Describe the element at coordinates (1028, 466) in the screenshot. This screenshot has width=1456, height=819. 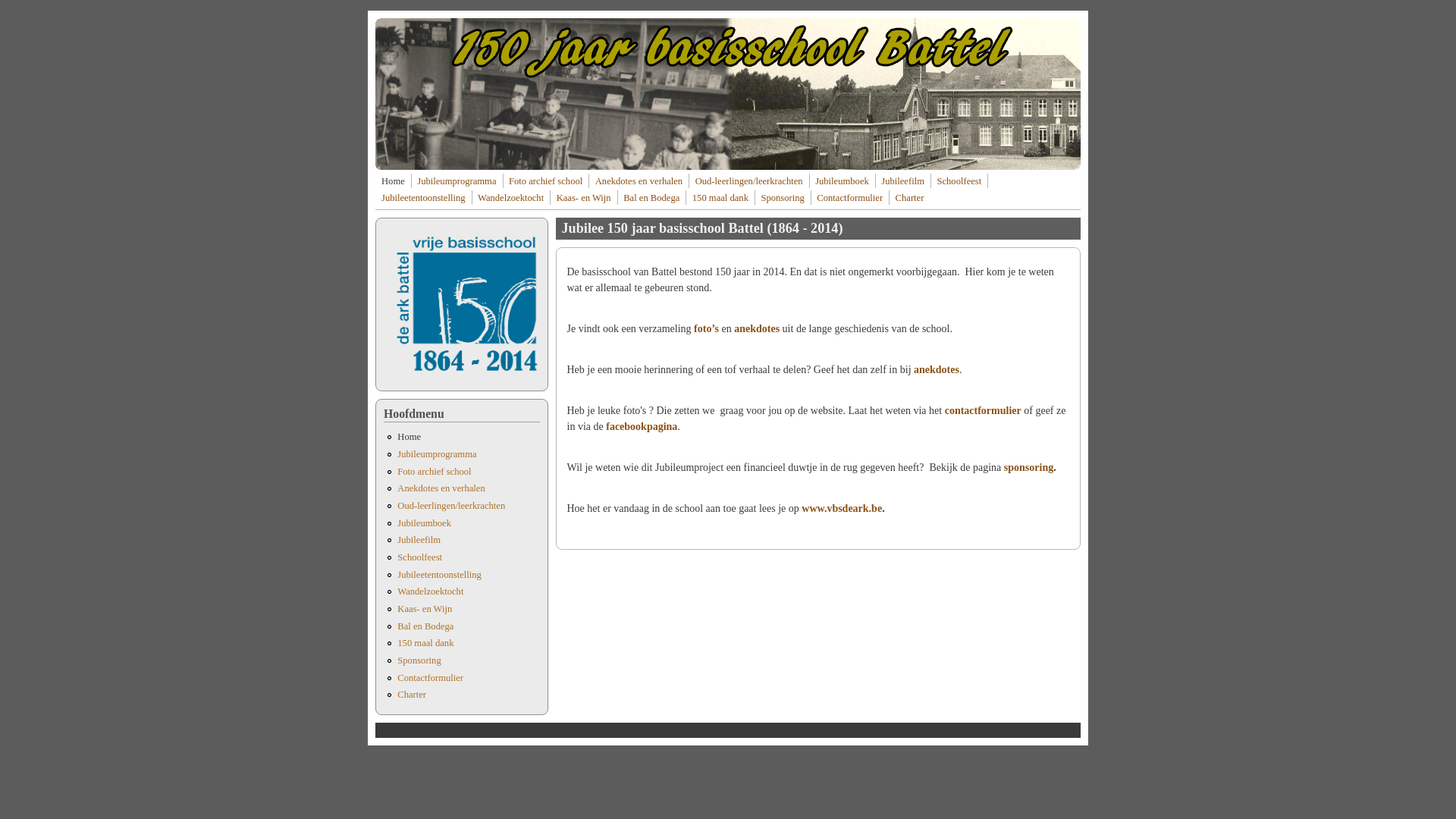
I see `'sponsoring'` at that location.